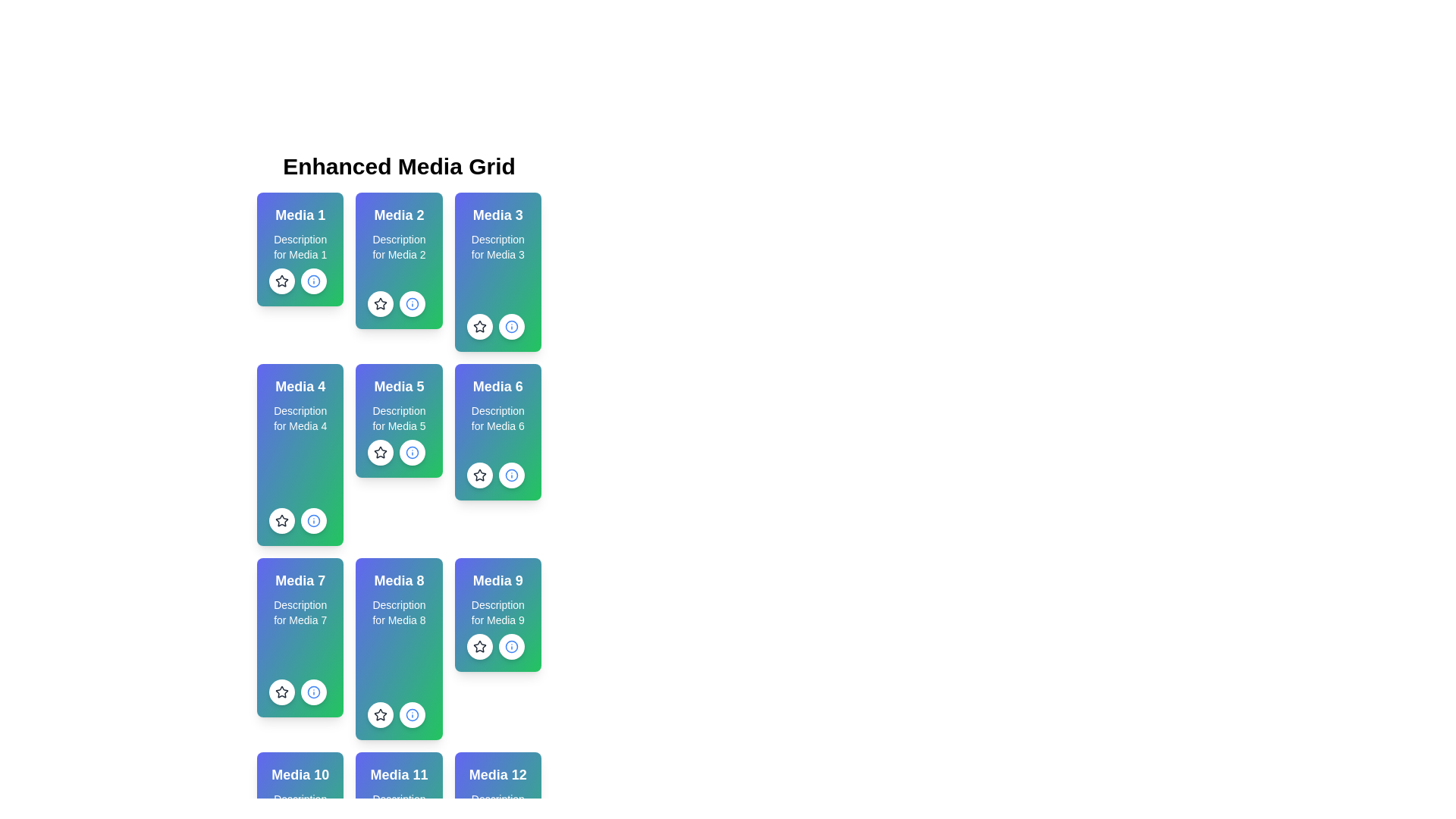  Describe the element at coordinates (298, 692) in the screenshot. I see `the clickable informational icon button located in the bottom-left area of the 'Media 7' card by moving the cursor to its center point` at that location.